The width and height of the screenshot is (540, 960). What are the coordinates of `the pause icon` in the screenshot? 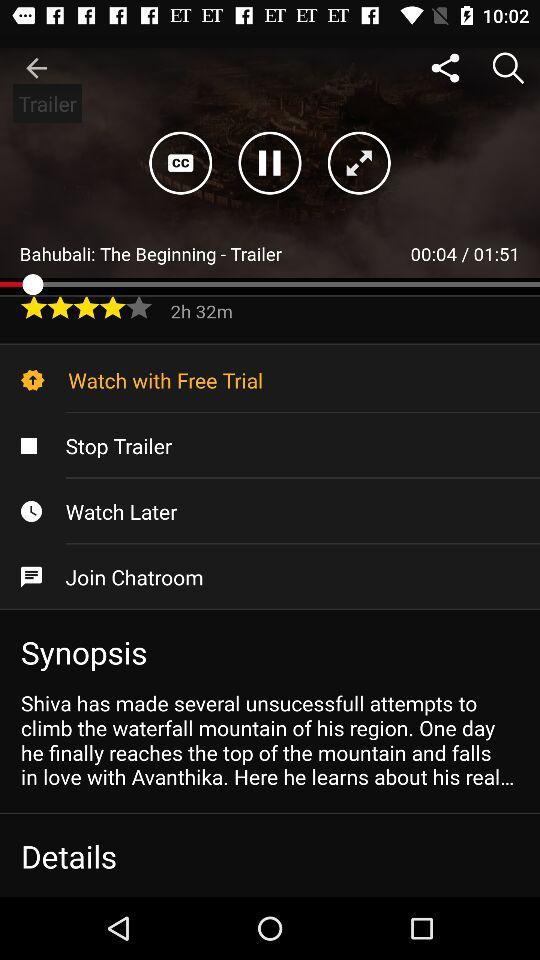 It's located at (270, 162).